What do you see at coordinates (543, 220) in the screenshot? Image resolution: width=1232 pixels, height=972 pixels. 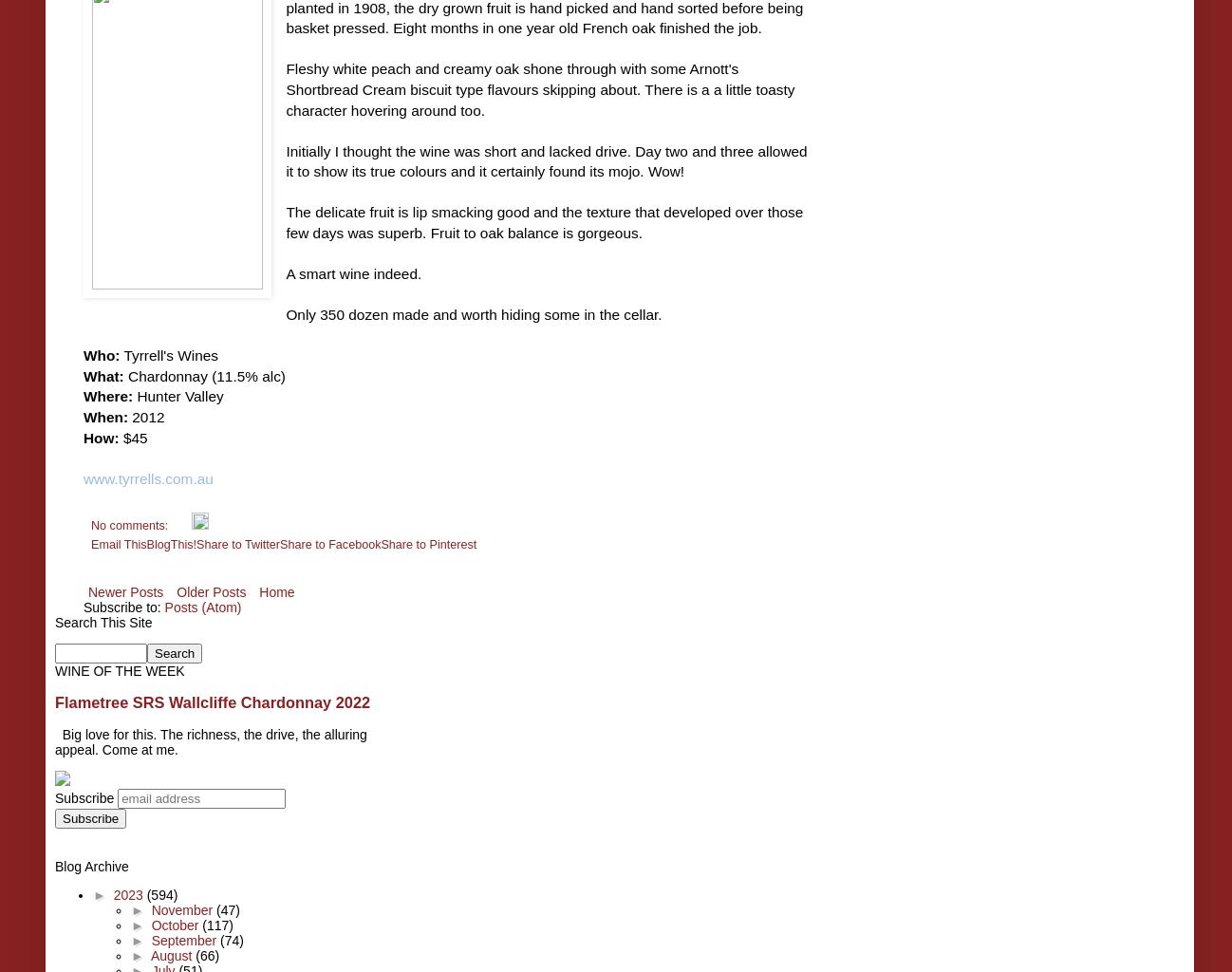 I see `'The delicate fruit is lip smacking good and the texture that developed over those few days was superb. Fruit to oak balance is gorgeous.'` at bounding box center [543, 220].